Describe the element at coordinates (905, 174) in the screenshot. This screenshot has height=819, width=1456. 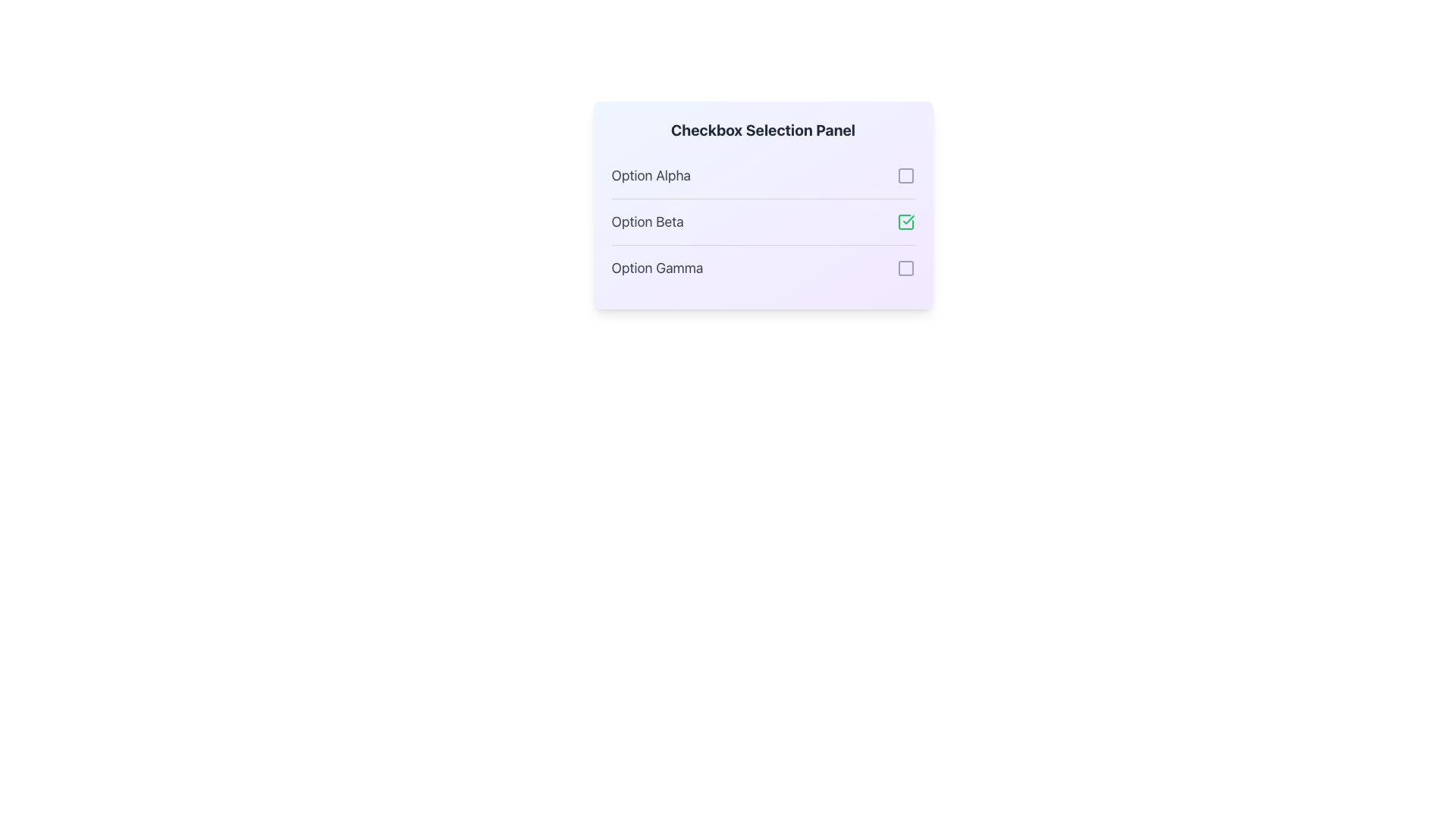
I see `the checkbox associated with the 'Option Alpha' label` at that location.